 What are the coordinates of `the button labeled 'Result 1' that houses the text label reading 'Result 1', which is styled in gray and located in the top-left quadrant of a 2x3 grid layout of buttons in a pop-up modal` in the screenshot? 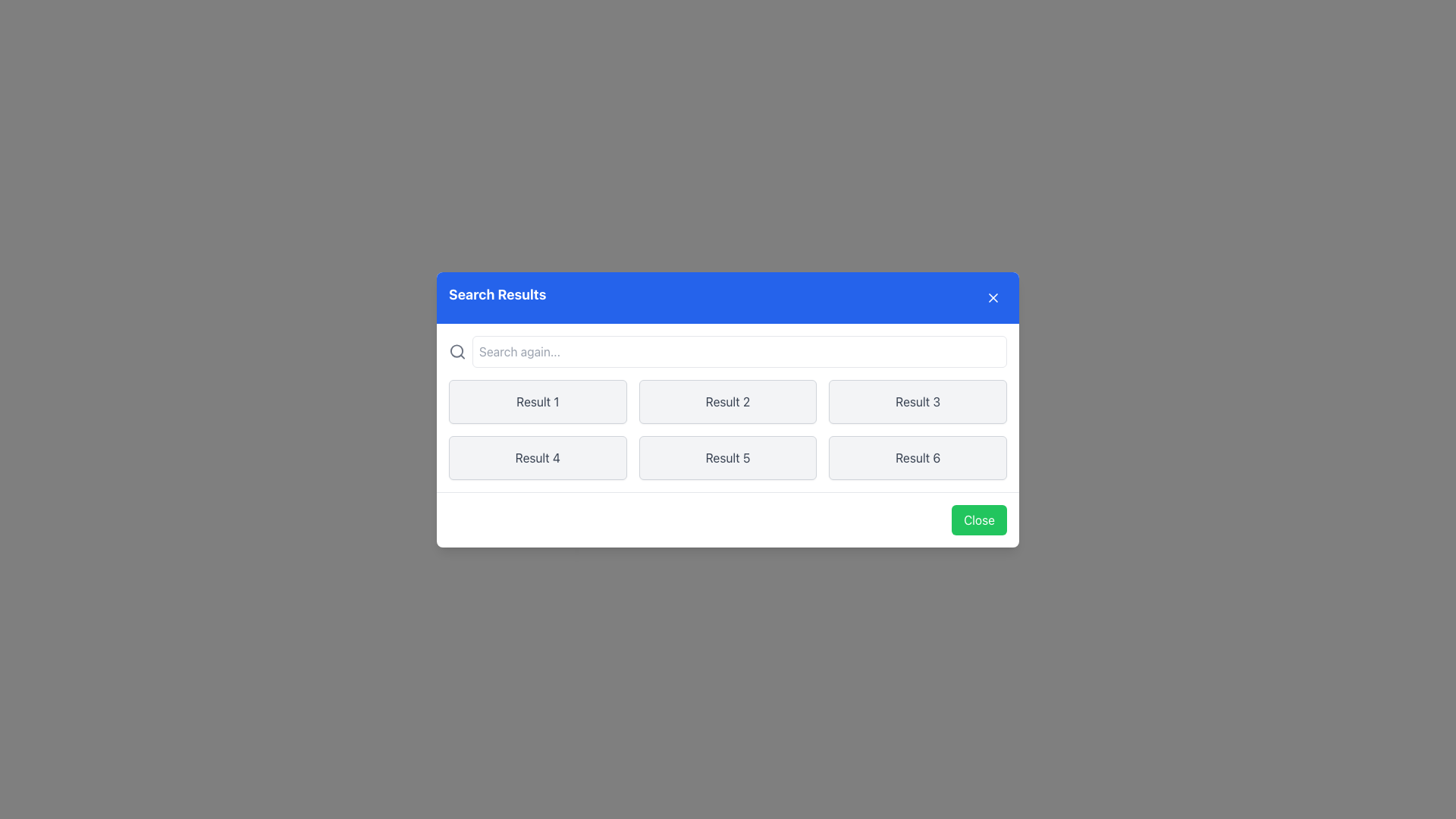 It's located at (538, 400).